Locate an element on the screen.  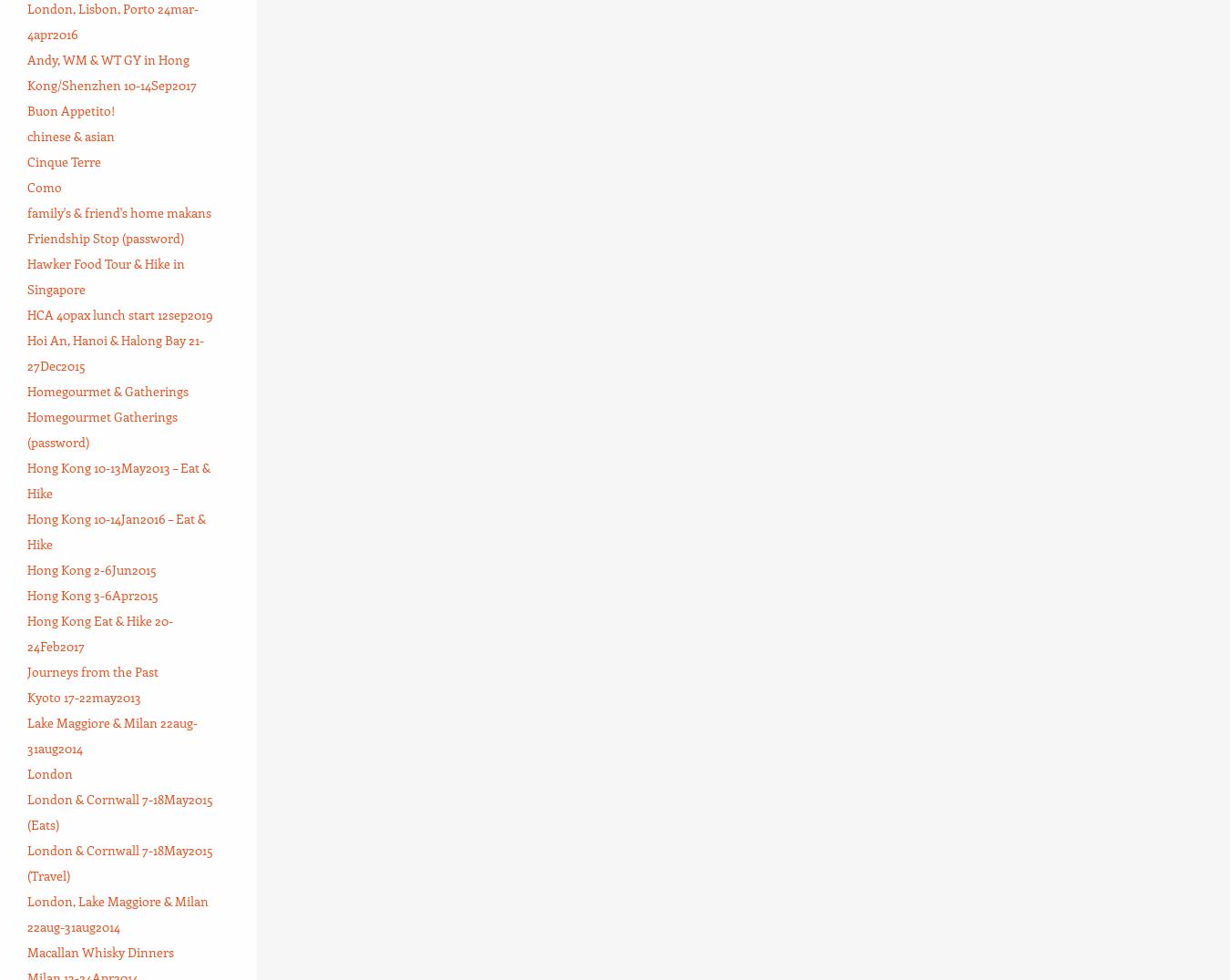
'family's & friend's home makans' is located at coordinates (118, 211).